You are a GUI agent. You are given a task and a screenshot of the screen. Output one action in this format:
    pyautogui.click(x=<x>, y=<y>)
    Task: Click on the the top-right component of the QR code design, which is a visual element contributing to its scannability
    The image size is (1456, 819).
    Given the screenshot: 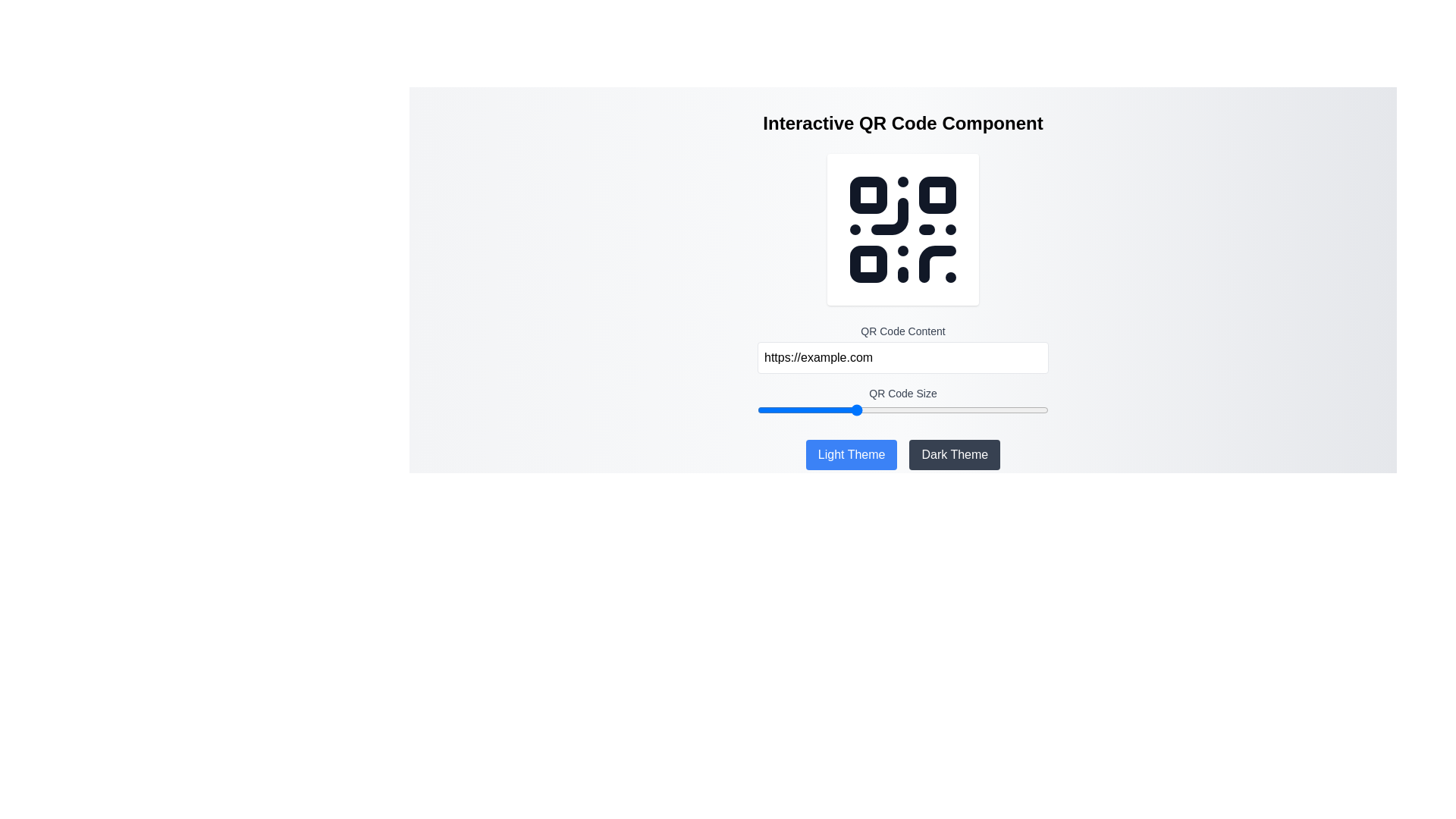 What is the action you would take?
    pyautogui.click(x=937, y=194)
    